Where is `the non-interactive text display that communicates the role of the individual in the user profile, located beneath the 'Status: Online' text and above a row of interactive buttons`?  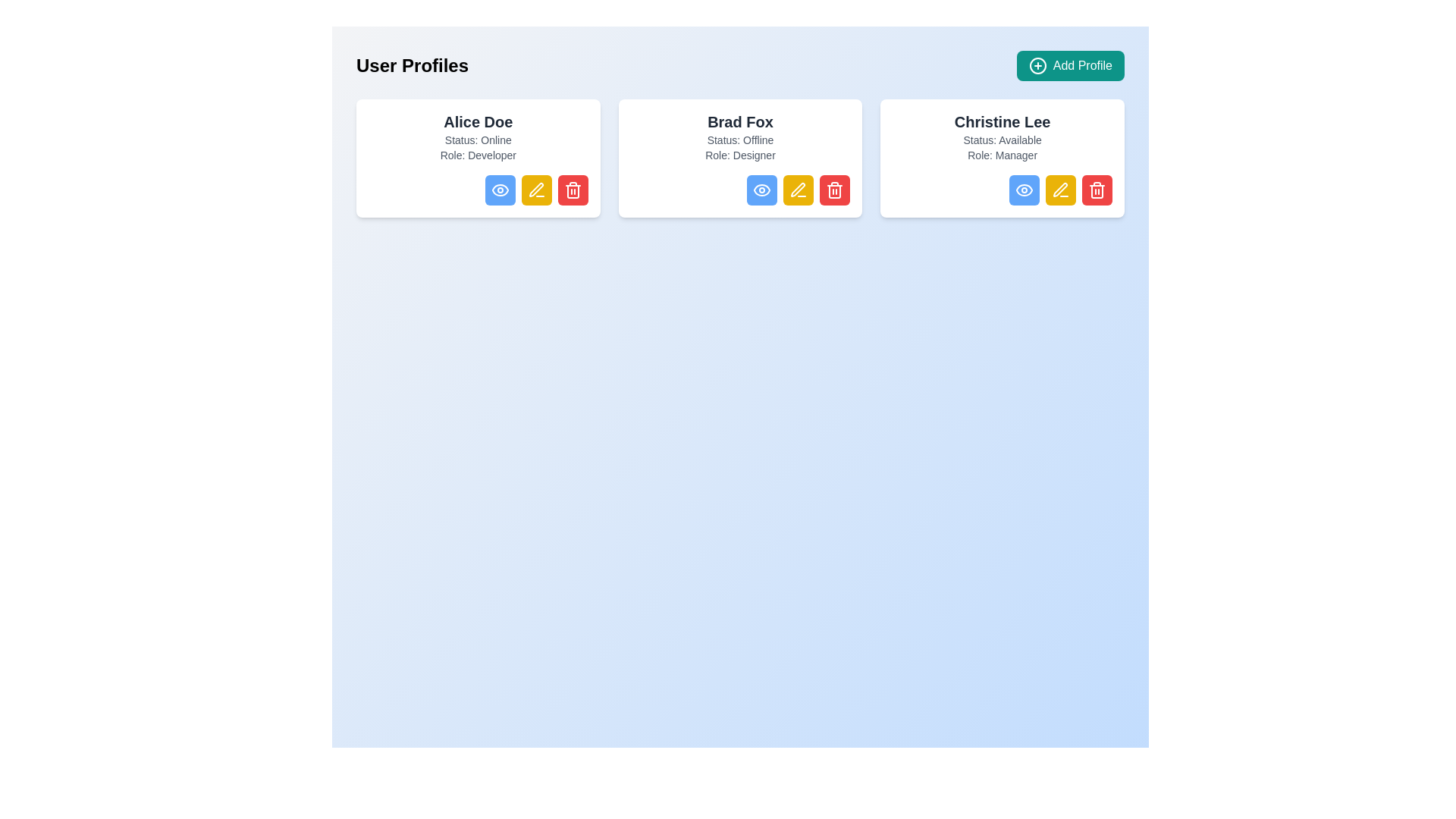 the non-interactive text display that communicates the role of the individual in the user profile, located beneath the 'Status: Online' text and above a row of interactive buttons is located at coordinates (477, 155).